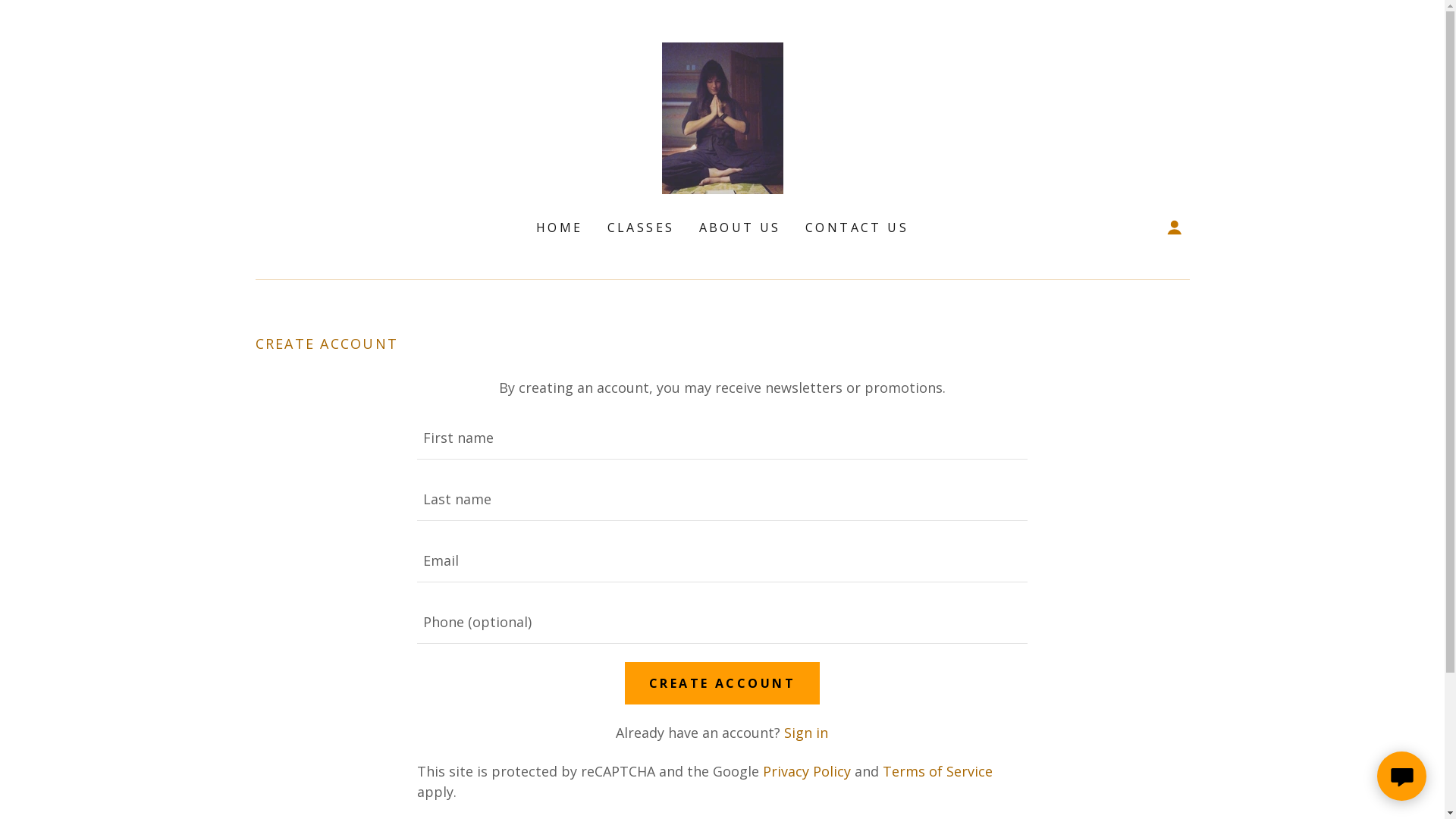 This screenshot has height=819, width=1456. What do you see at coordinates (720, 116) in the screenshot?
I see `'AmberWatson'` at bounding box center [720, 116].